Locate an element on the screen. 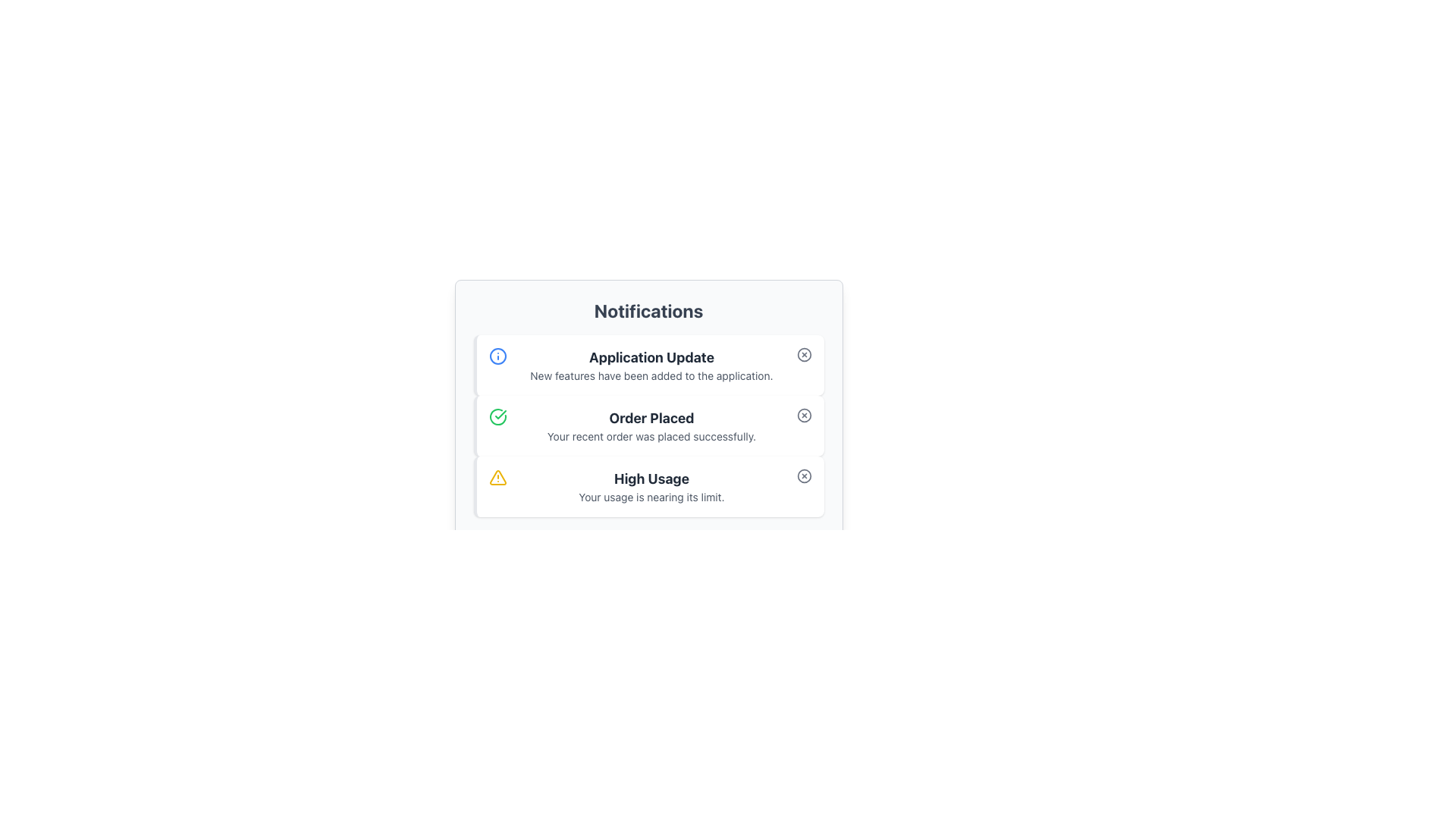 Image resolution: width=1456 pixels, height=819 pixels. the decorative vector graphic inside the close button of the 'Application Update' notification located at the top right corner is located at coordinates (803, 354).